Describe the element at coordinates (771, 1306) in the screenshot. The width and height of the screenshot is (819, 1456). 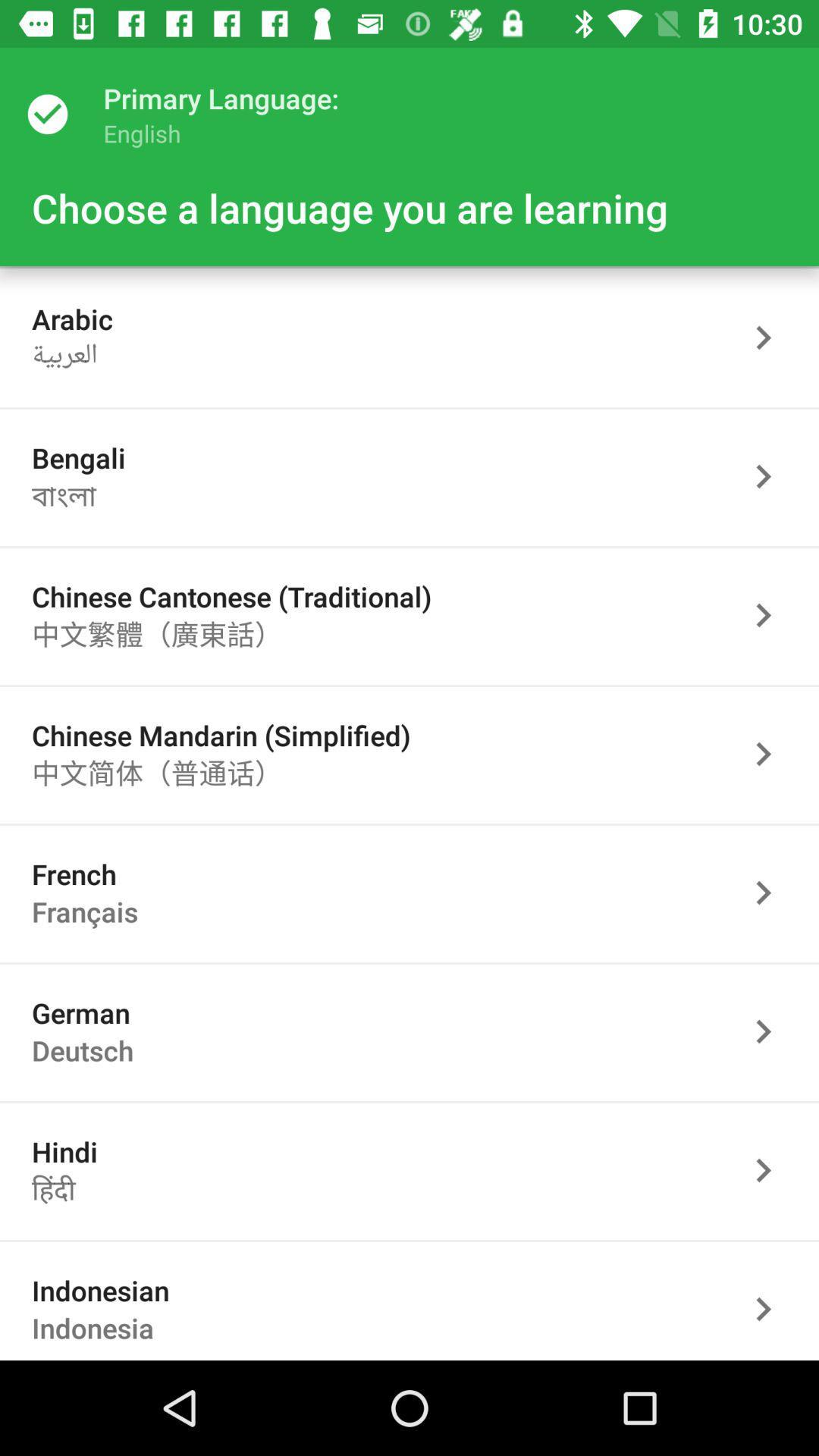
I see `language button` at that location.